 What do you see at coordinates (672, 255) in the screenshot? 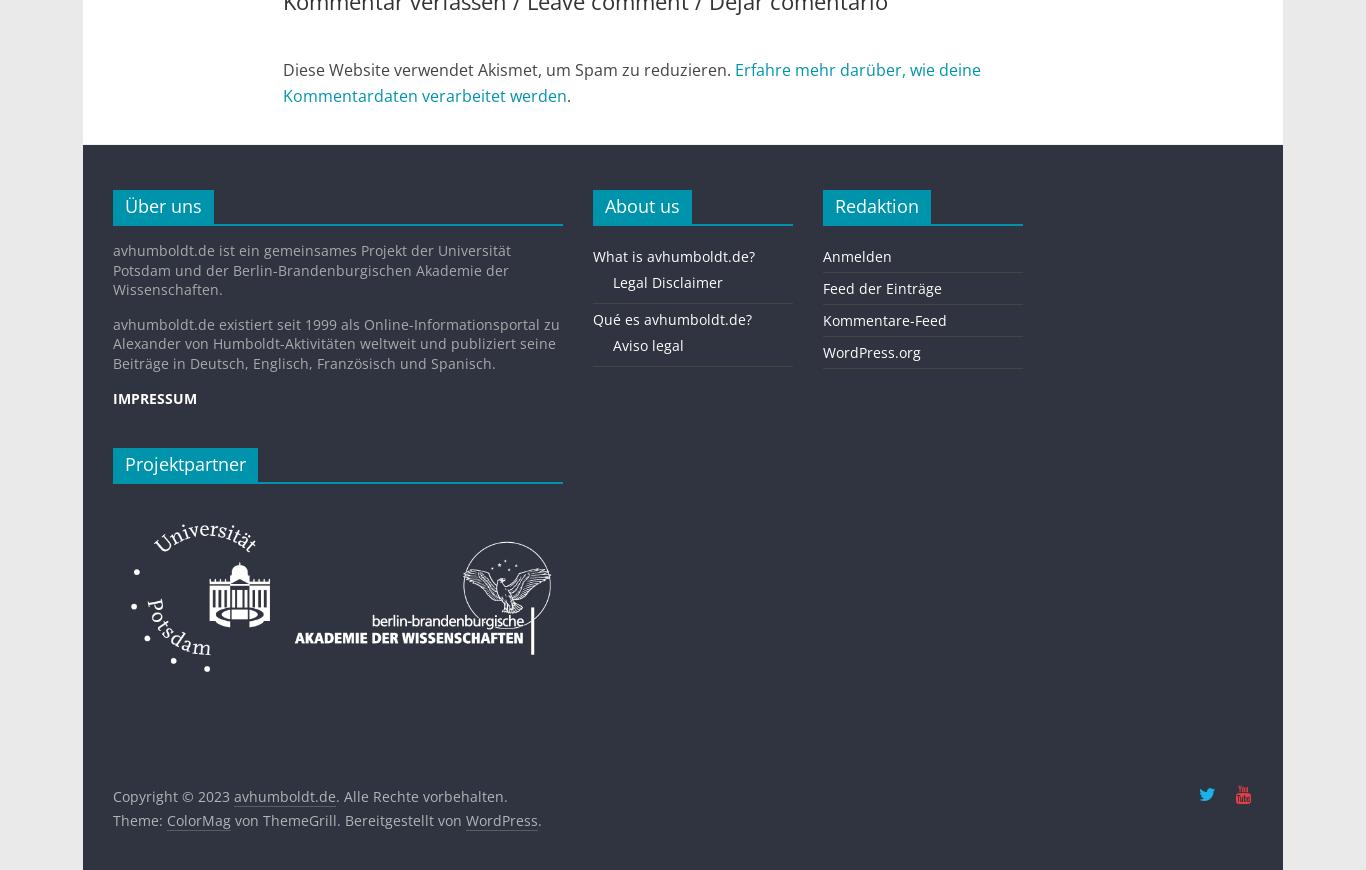
I see `'What is avhumboldt.de?'` at bounding box center [672, 255].